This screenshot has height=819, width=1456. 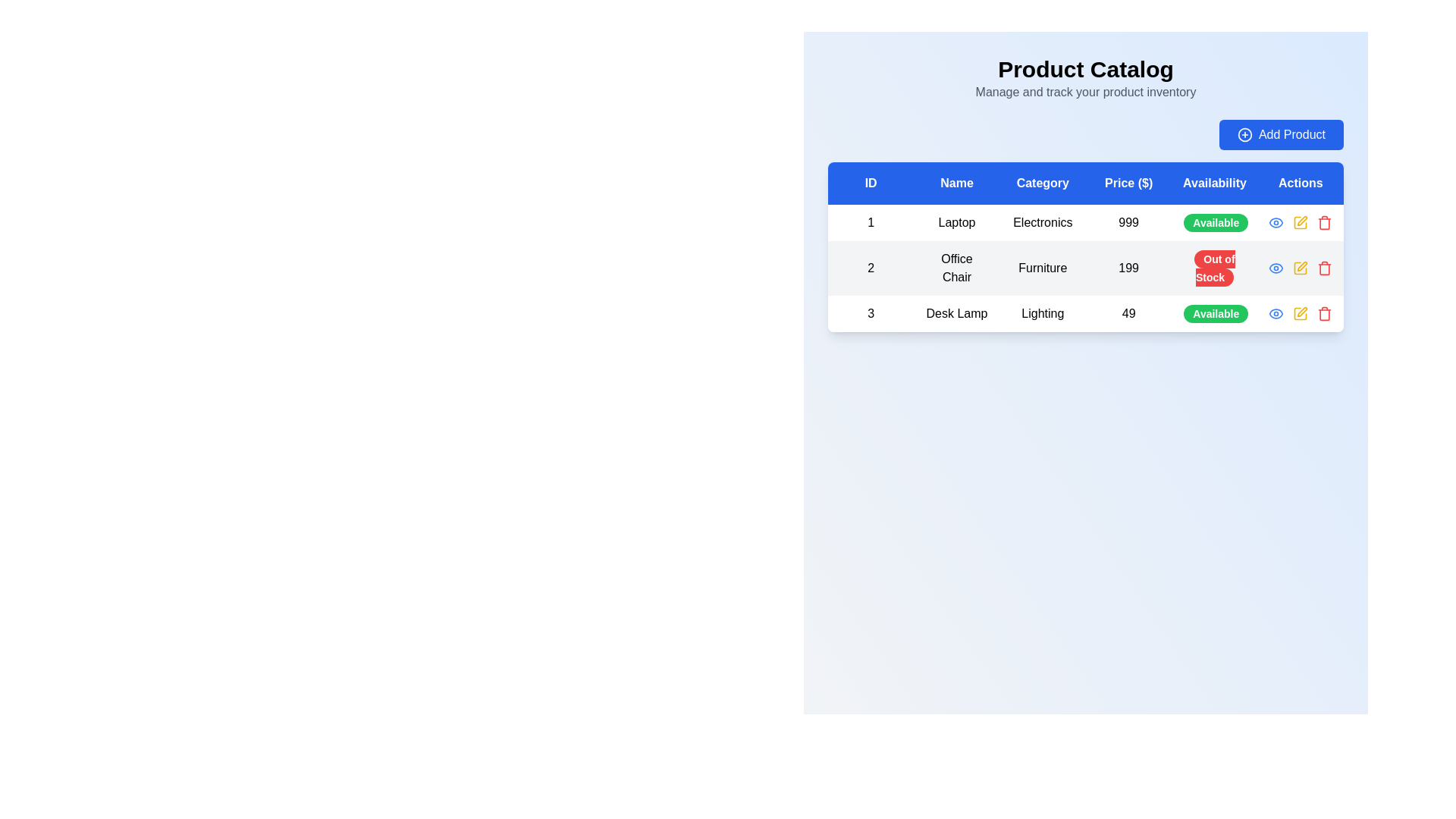 I want to click on the 'Laptop' text label located in the second column of the first row of the 'Product Catalog' table, under the 'Name' header, so click(x=956, y=222).